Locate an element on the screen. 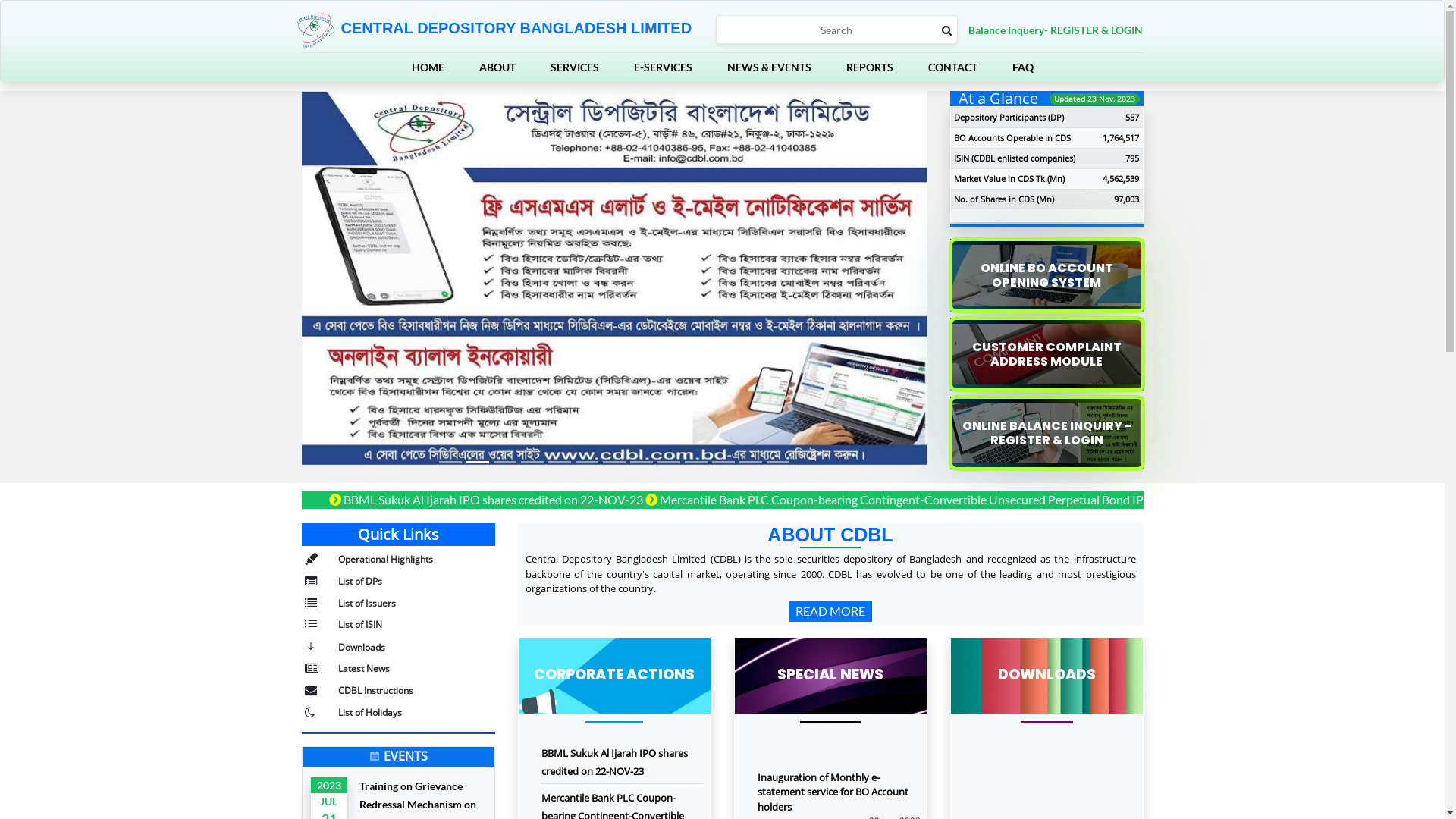 Image resolution: width=1456 pixels, height=819 pixels. 'Market Value in CDS Tk.(Mn)' is located at coordinates (1009, 177).